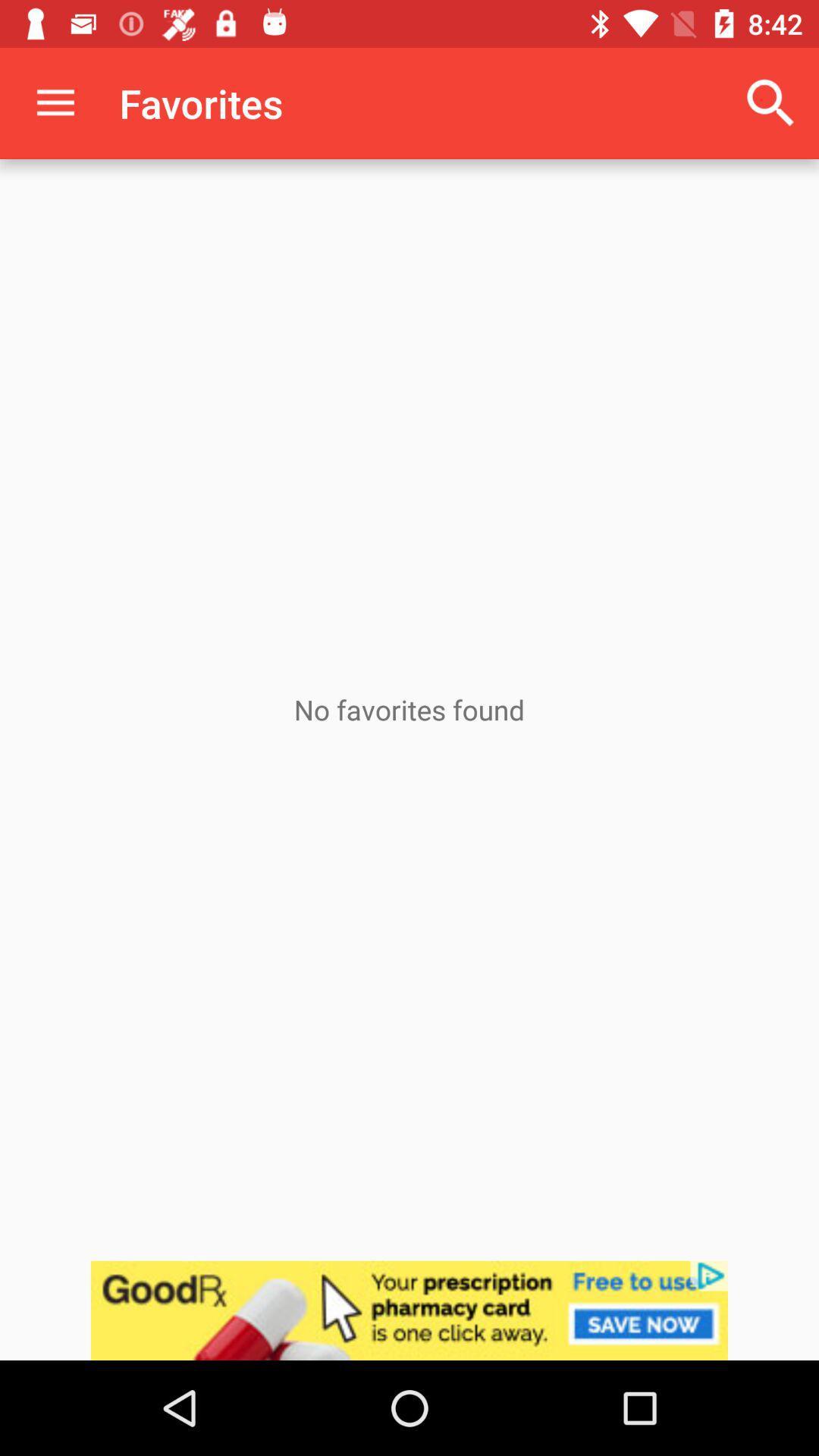 The image size is (819, 1456). What do you see at coordinates (409, 1310) in the screenshot?
I see `advertise a website` at bounding box center [409, 1310].